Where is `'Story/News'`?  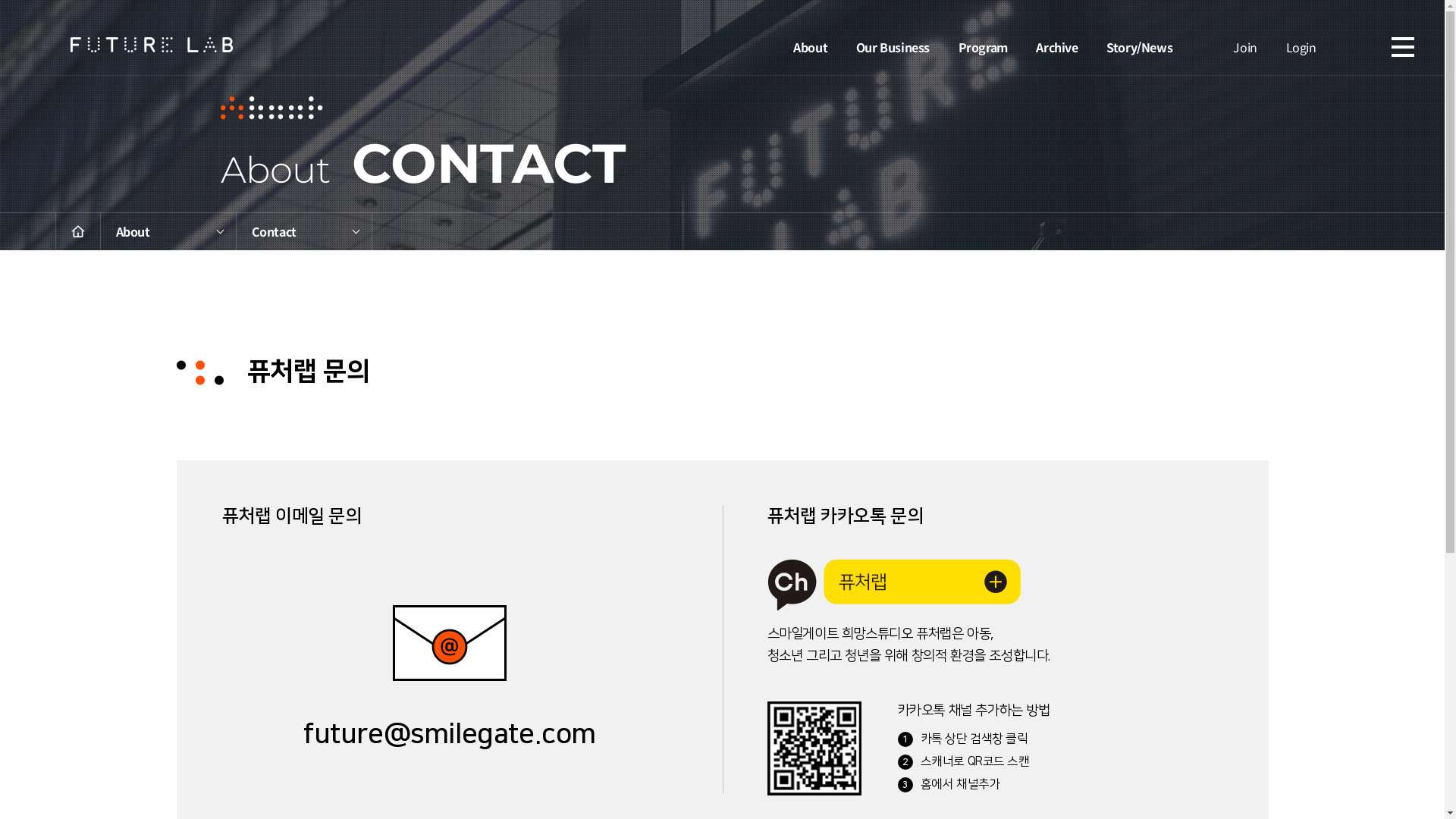
'Story/News' is located at coordinates (1139, 45).